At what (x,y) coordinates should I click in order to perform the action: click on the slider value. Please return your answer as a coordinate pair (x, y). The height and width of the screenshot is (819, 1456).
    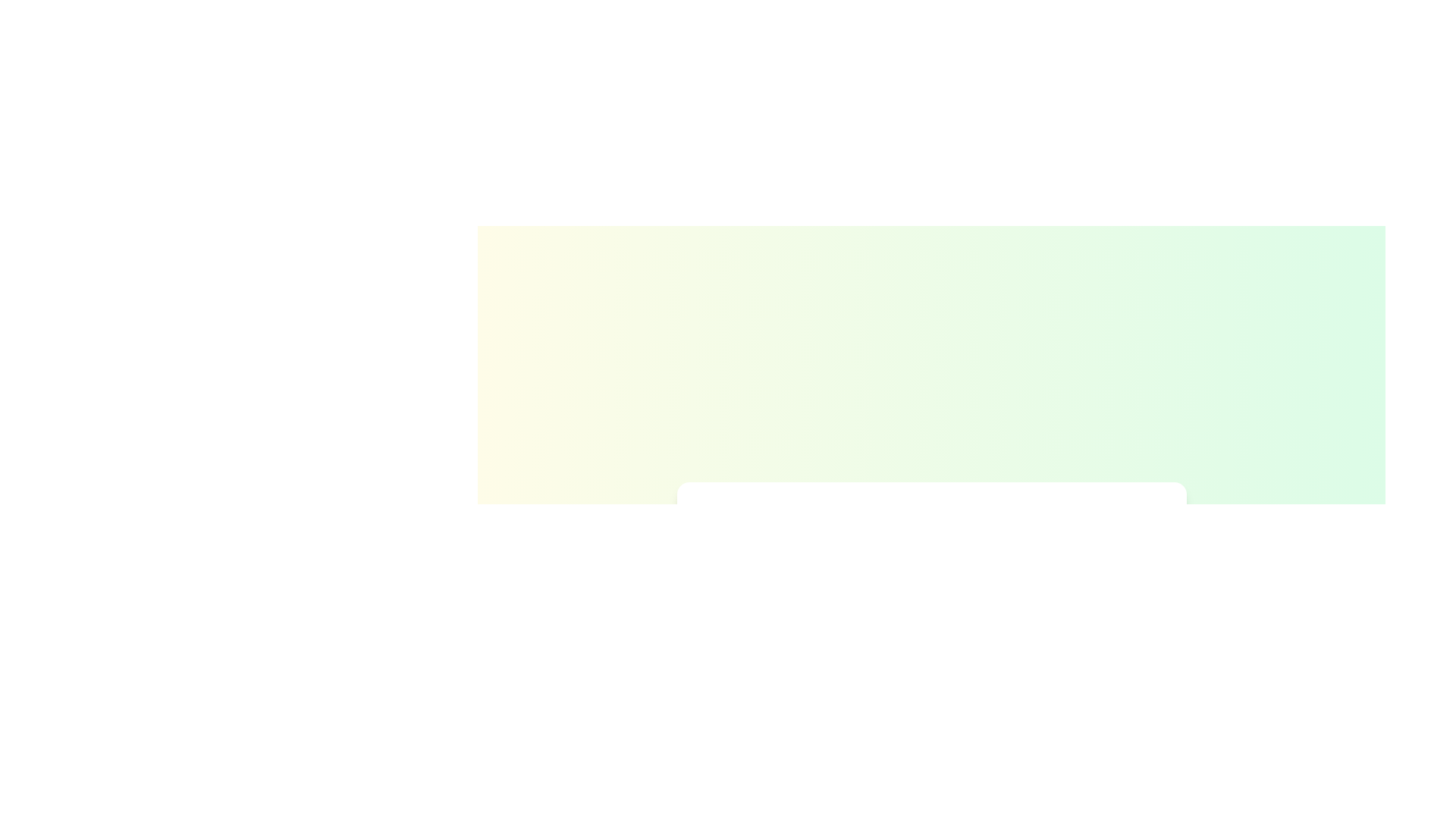
    Looking at the image, I should click on (1034, 639).